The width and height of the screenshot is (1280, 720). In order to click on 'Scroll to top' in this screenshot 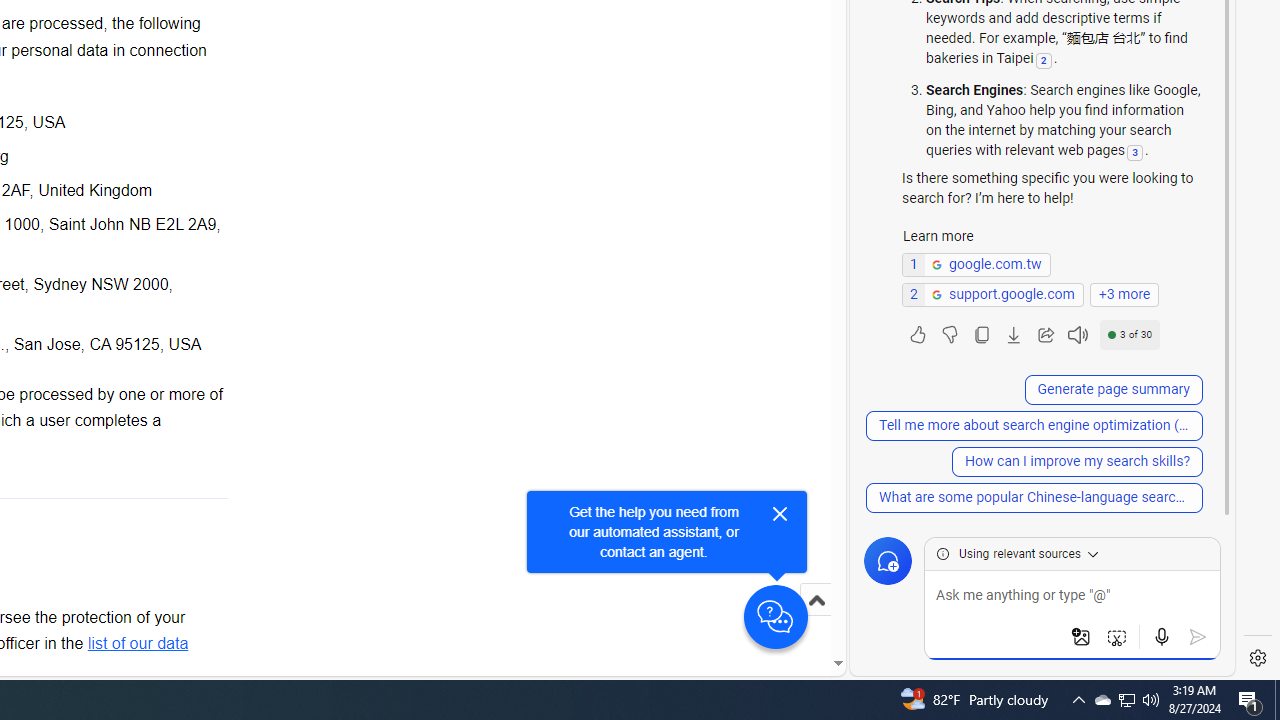, I will do `click(816, 620)`.